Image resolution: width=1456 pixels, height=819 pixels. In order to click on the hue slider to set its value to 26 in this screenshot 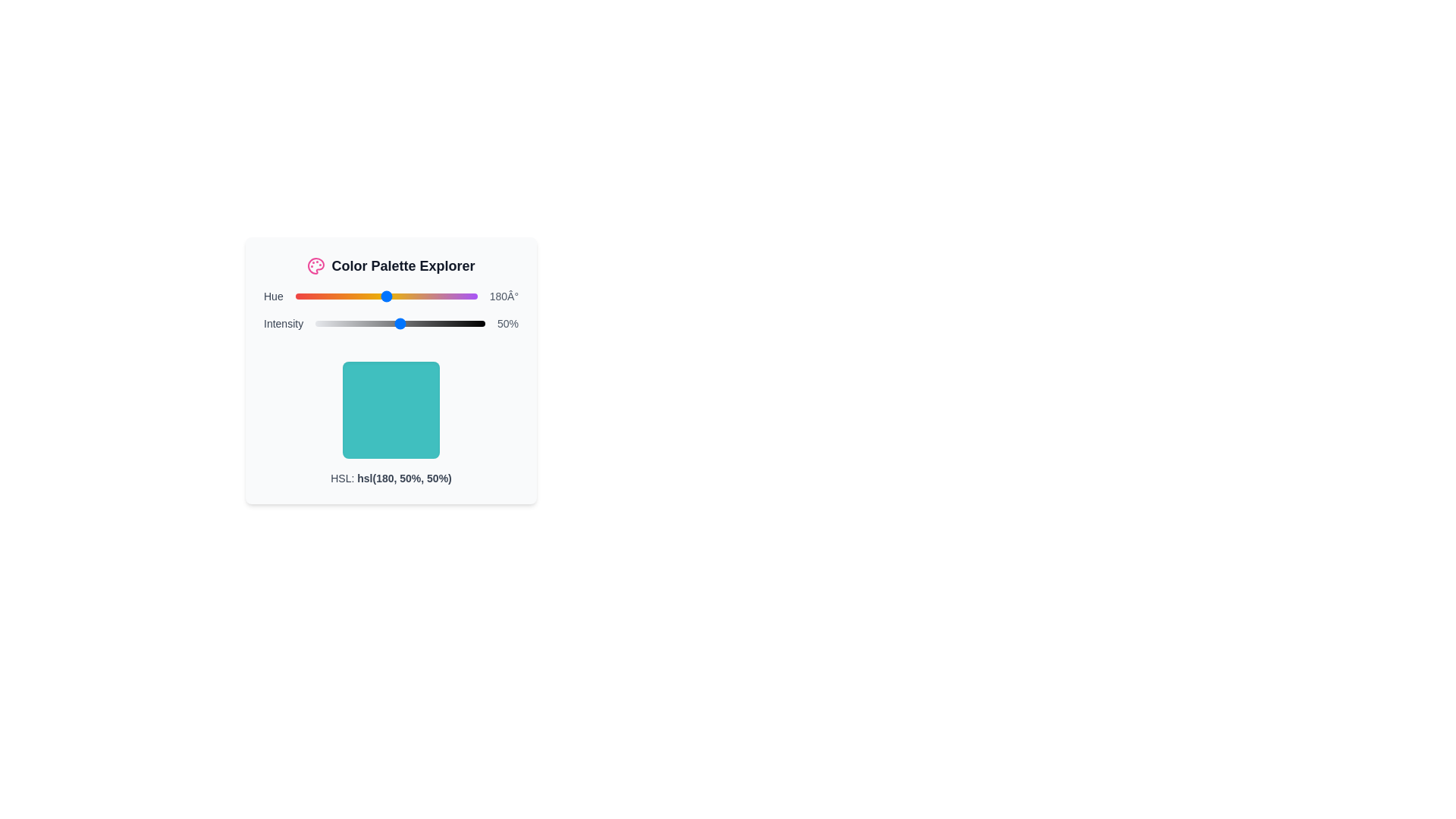, I will do `click(308, 296)`.